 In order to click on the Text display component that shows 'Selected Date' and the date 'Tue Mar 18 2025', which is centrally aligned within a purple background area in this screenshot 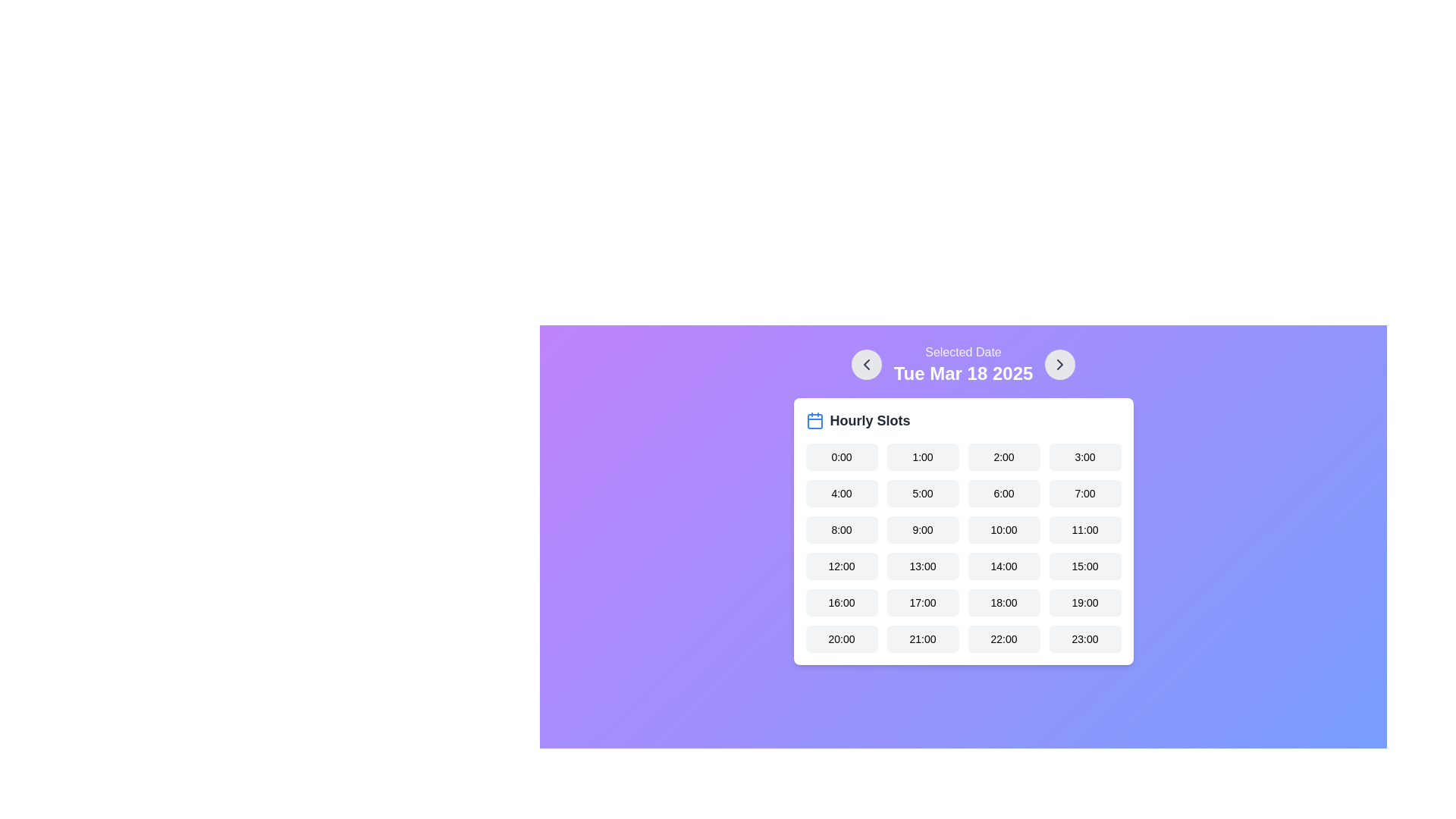, I will do `click(962, 365)`.